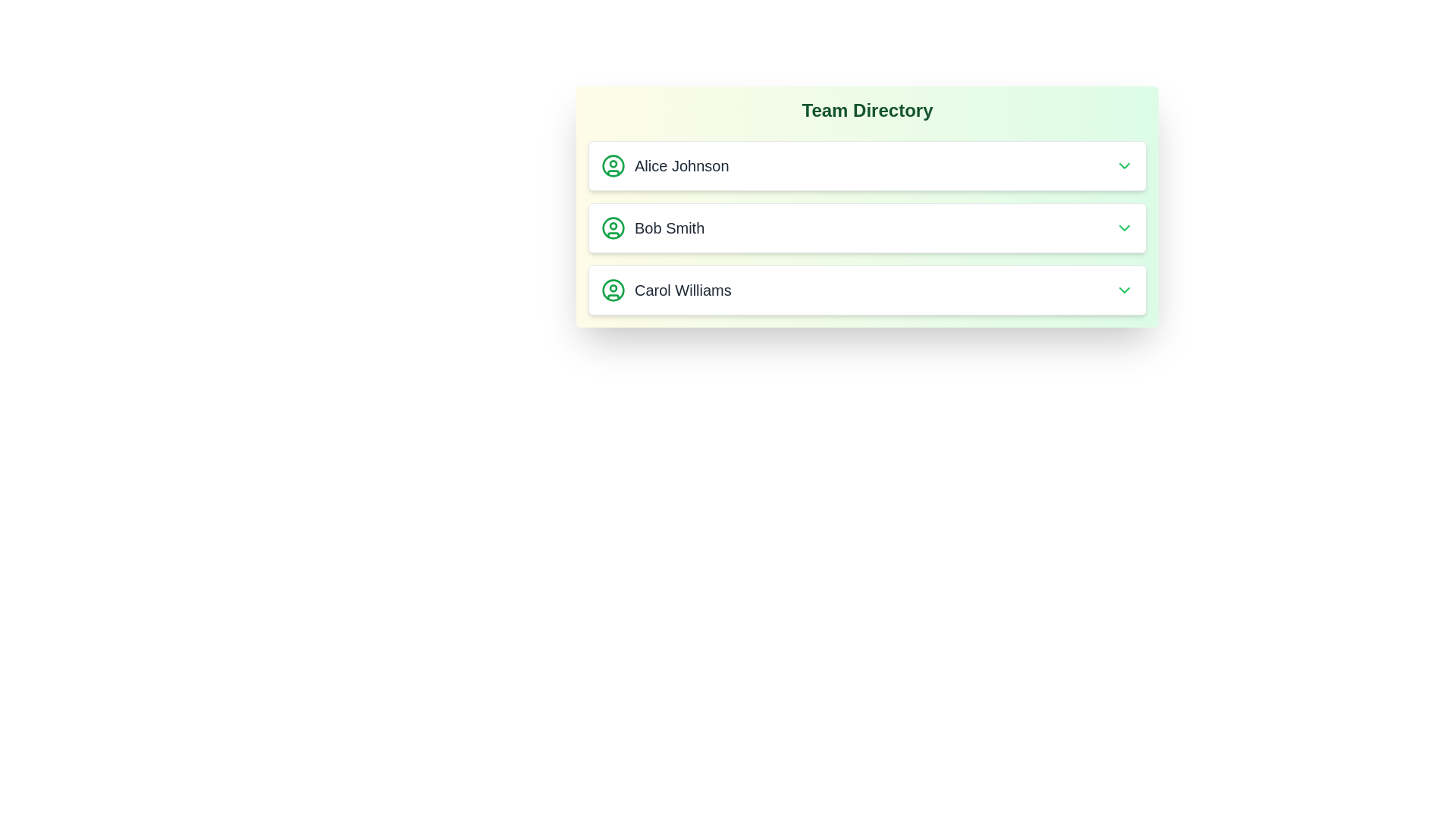  Describe the element at coordinates (867, 110) in the screenshot. I see `the 'Team Directory' header` at that location.